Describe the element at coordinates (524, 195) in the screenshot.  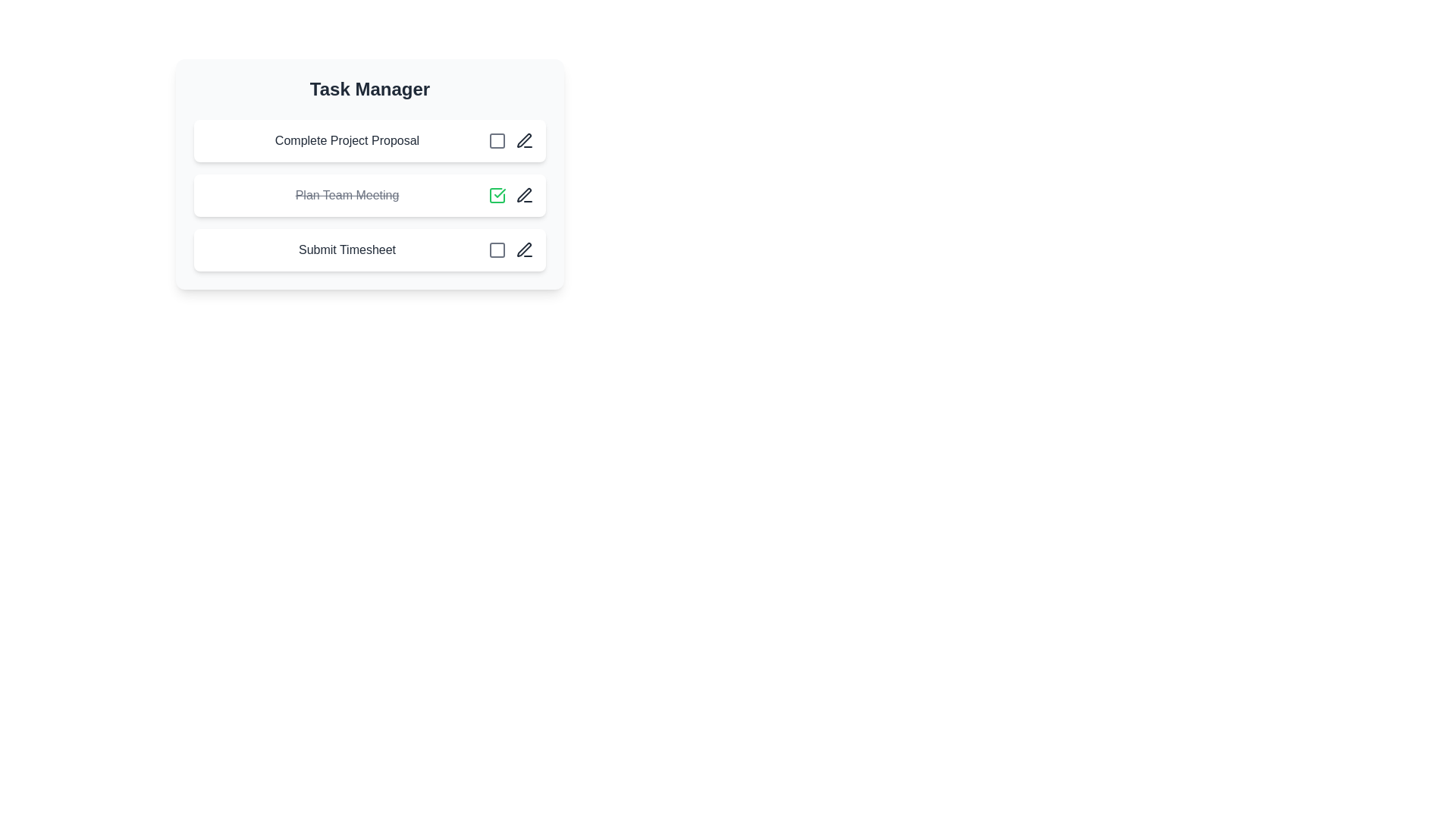
I see `the edit icon button located to the right of the 'Plan Team Meeting' task item` at that location.